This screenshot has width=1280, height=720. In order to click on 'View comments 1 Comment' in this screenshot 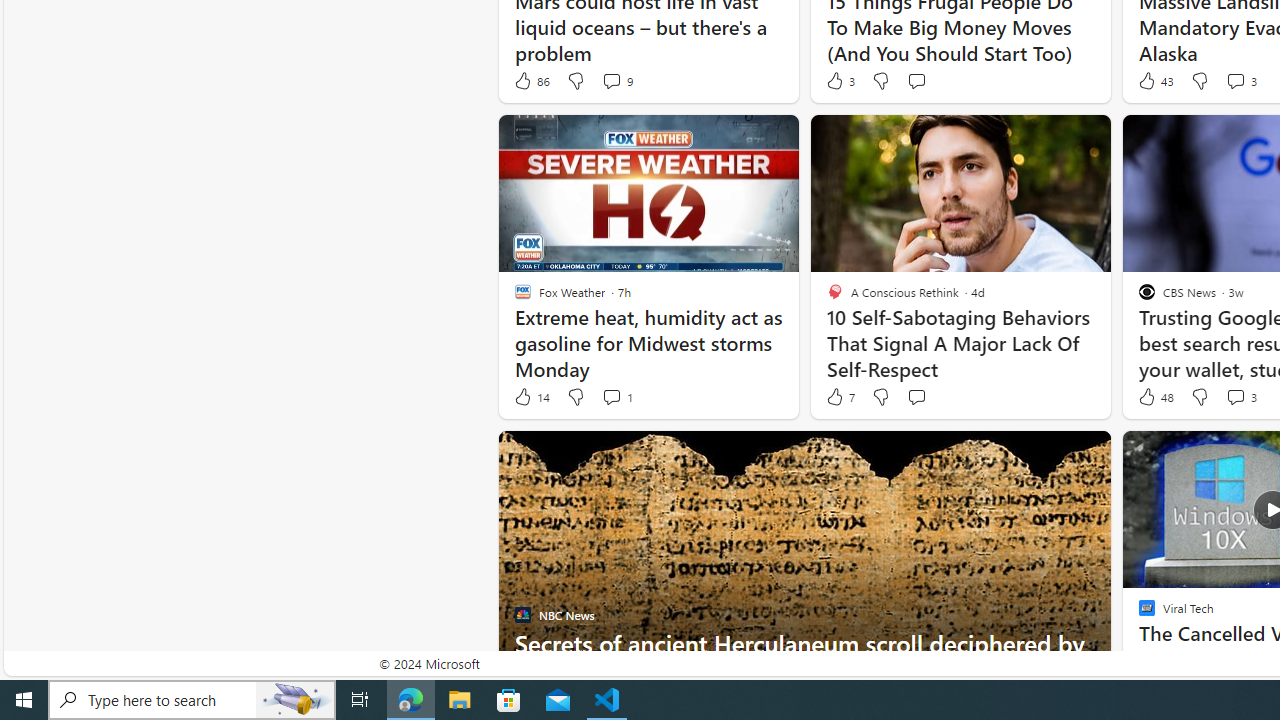, I will do `click(610, 397)`.